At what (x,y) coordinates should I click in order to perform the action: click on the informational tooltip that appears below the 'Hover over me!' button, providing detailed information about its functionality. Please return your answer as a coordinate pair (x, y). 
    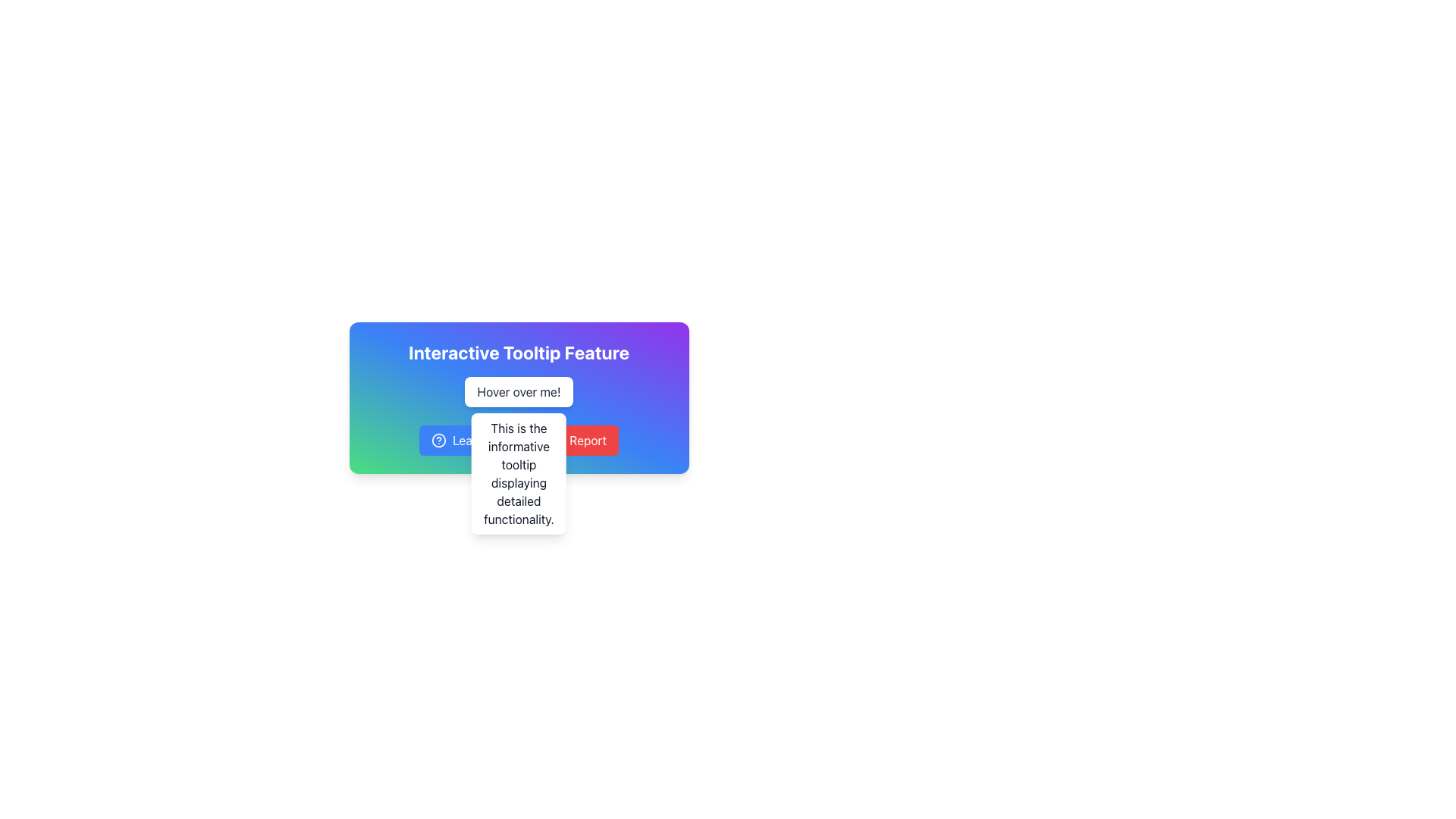
    Looking at the image, I should click on (519, 472).